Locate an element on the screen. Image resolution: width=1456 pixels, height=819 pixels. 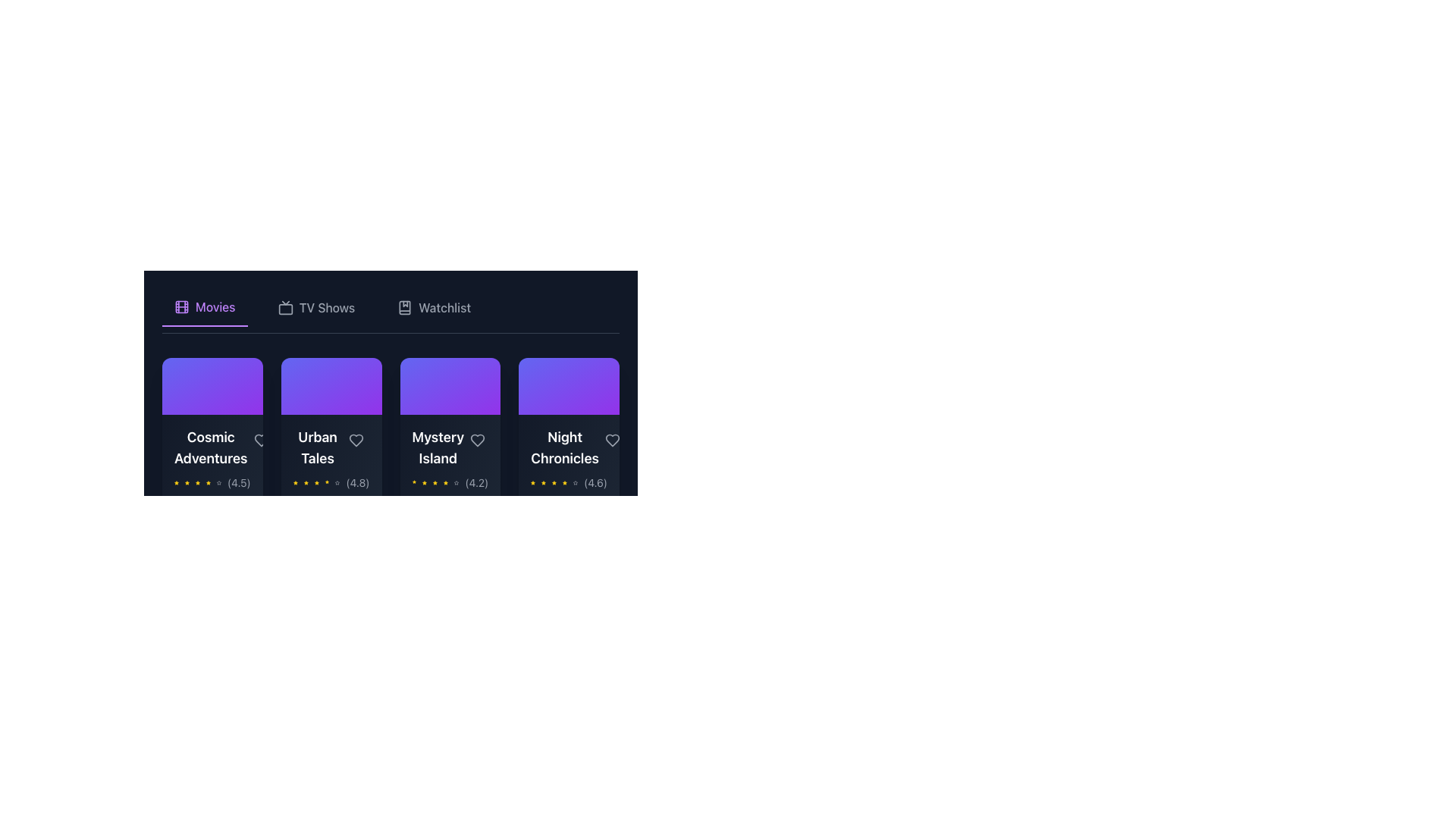
the first yellow star icon in the rating section below the 'Mystery Island' card in the 'Movies' tab to inspect details is located at coordinates (414, 482).